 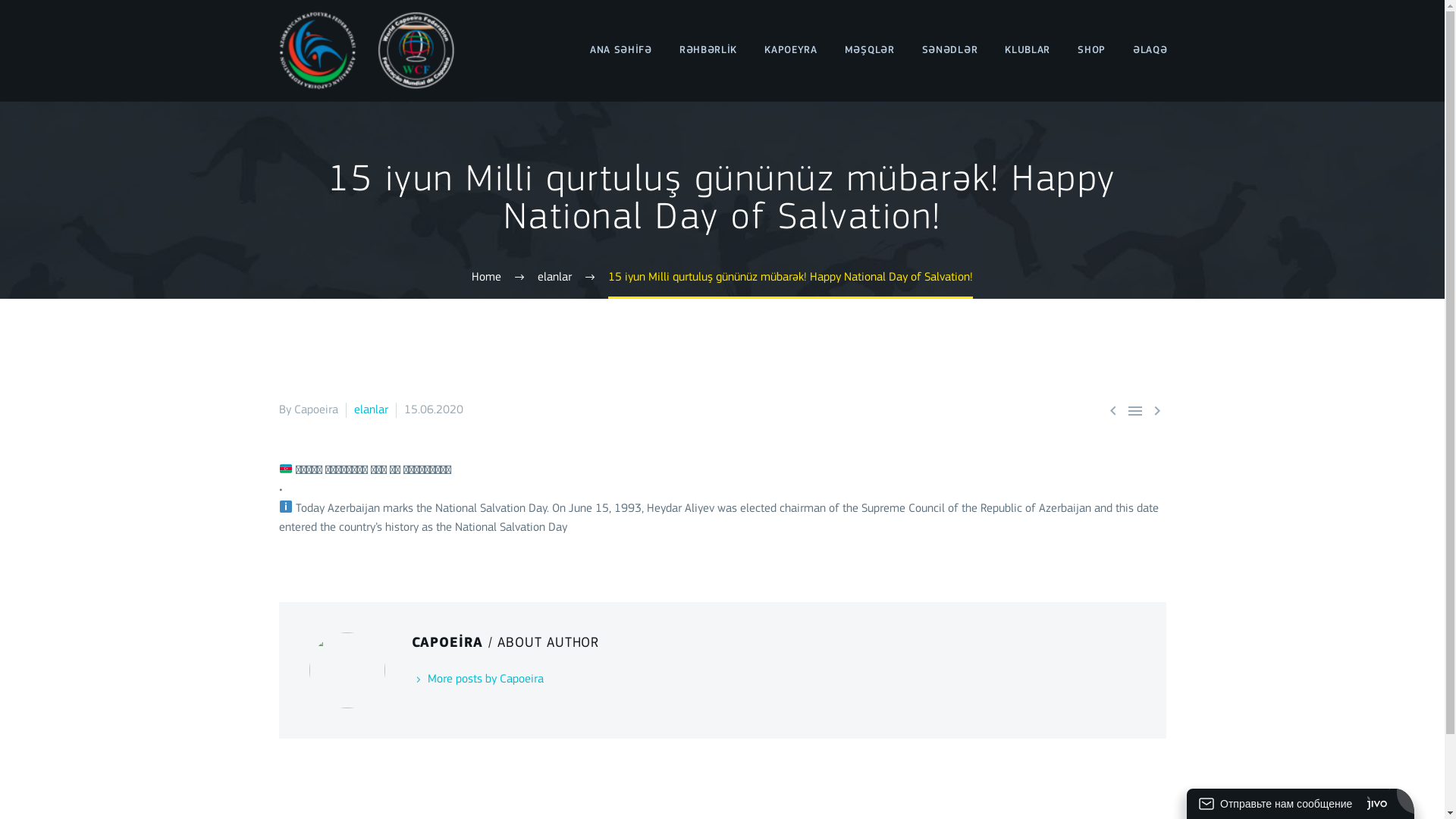 What do you see at coordinates (352, 409) in the screenshot?
I see `'elanlar'` at bounding box center [352, 409].